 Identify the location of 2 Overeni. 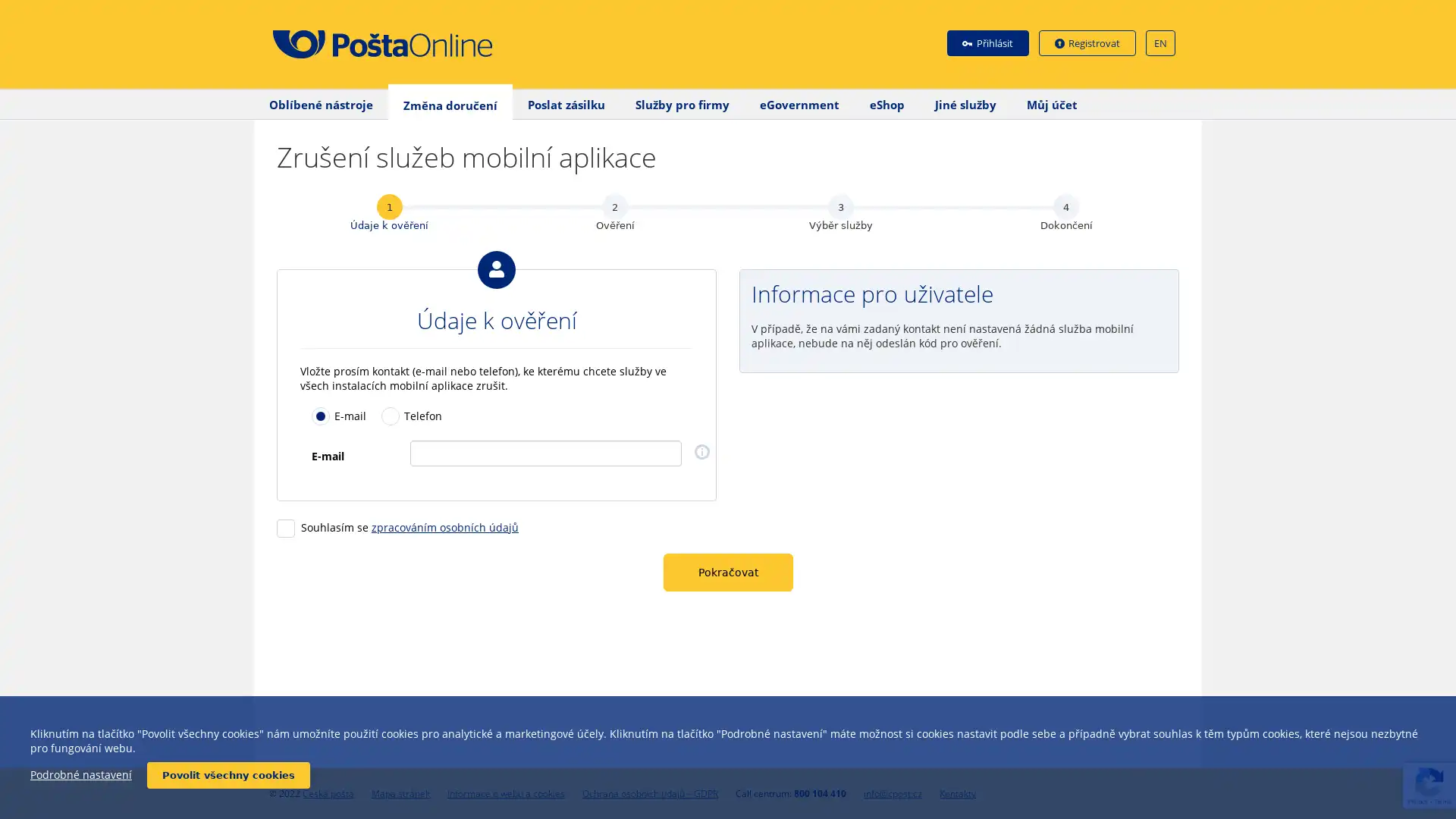
(614, 212).